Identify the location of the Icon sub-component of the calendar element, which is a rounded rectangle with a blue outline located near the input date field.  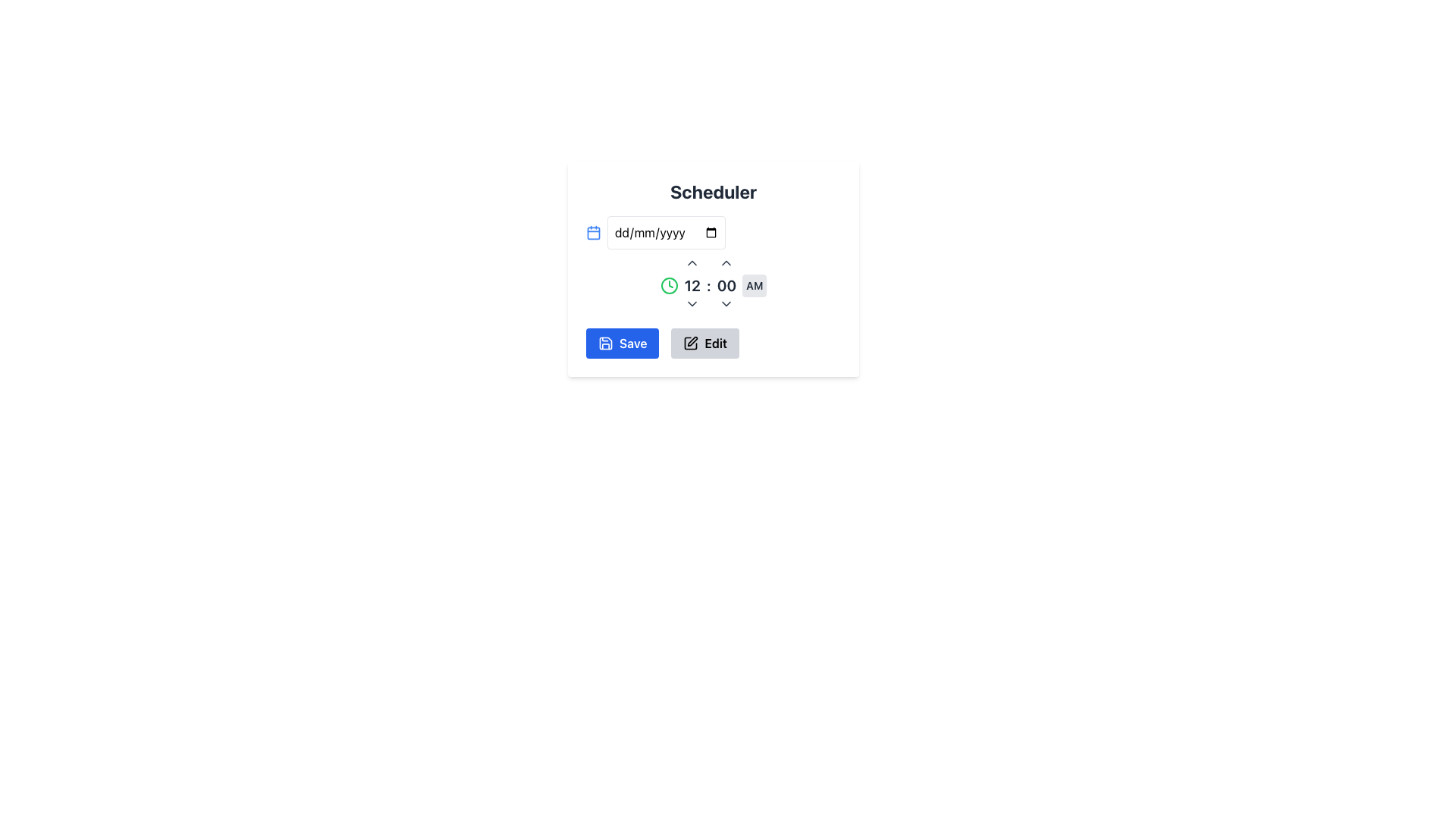
(592, 233).